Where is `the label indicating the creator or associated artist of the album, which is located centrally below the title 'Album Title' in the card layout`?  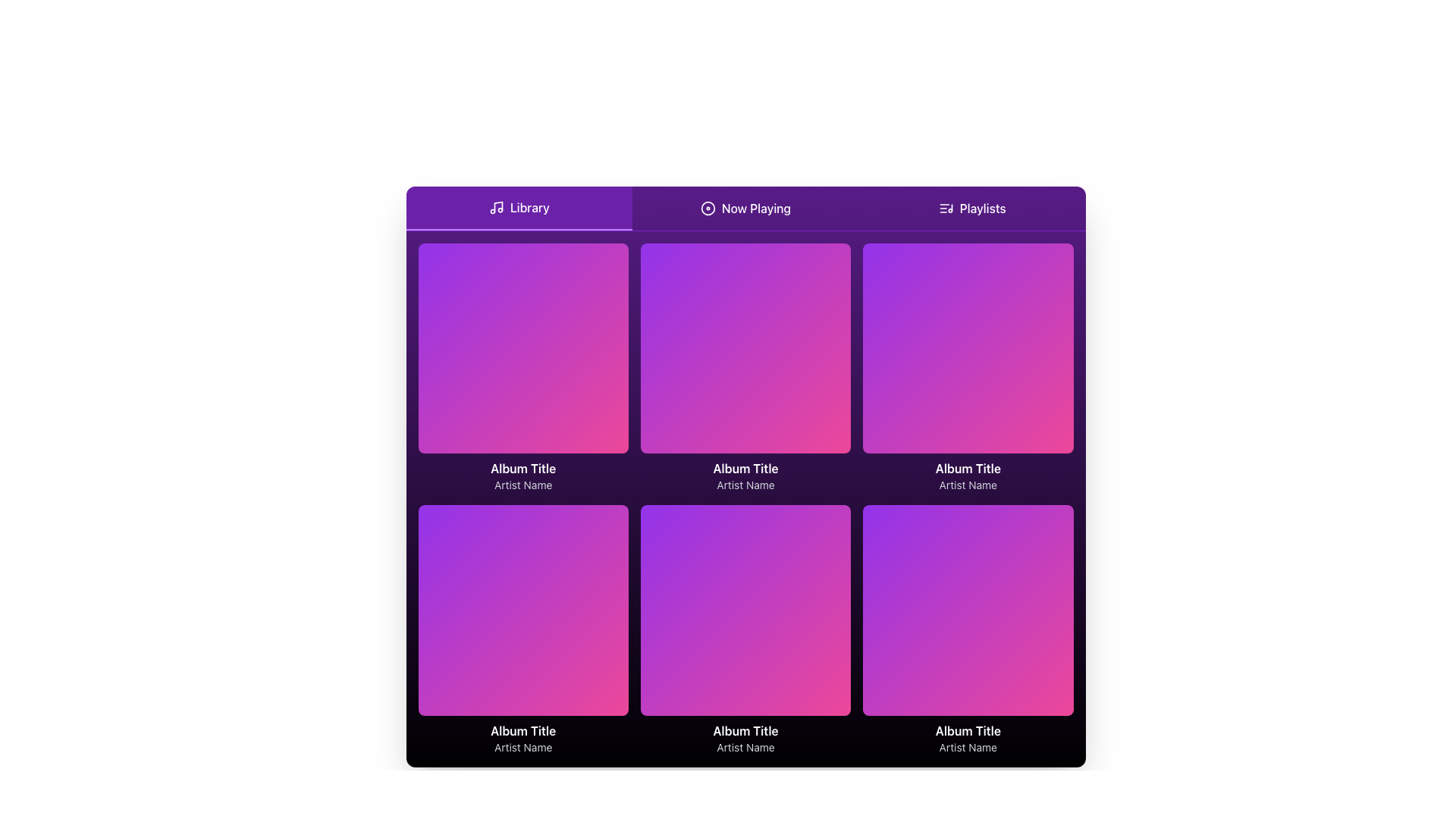 the label indicating the creator or associated artist of the album, which is located centrally below the title 'Album Title' in the card layout is located at coordinates (745, 485).